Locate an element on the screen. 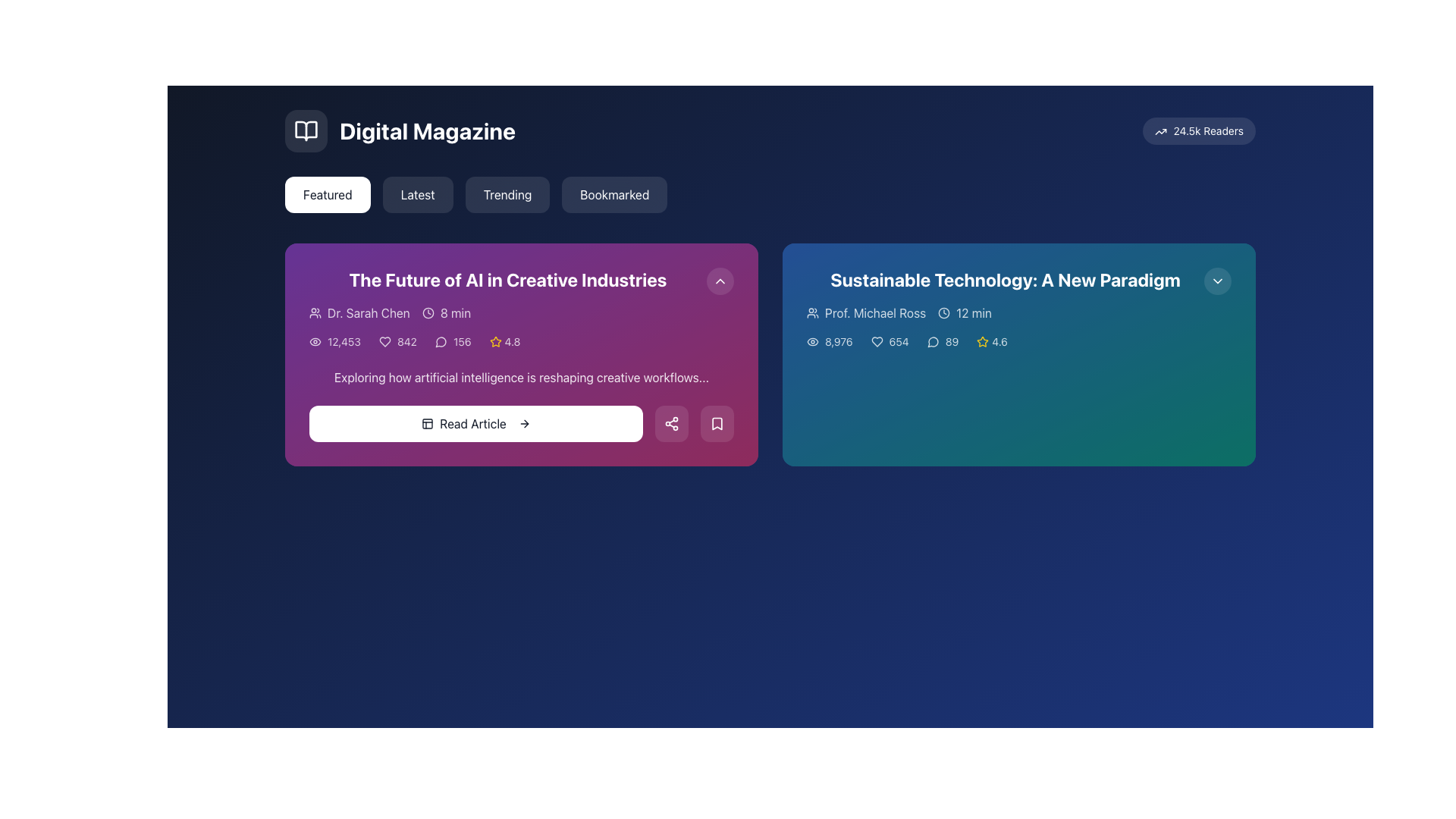 This screenshot has height=819, width=1456. the bookmark filter button, which is the fourth option in the navigation bar under the page title 'Digital Magazine' is located at coordinates (614, 194).